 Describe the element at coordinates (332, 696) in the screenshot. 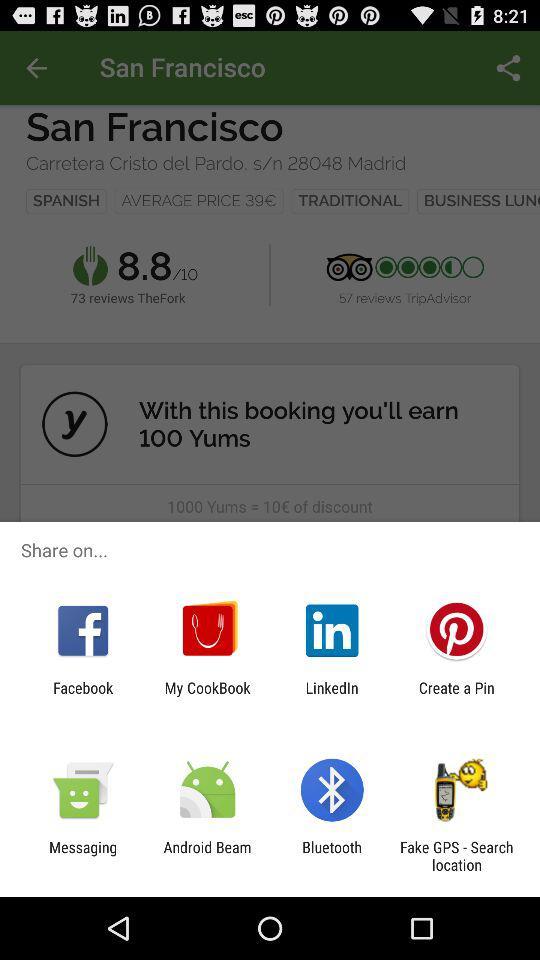

I see `the icon to the left of create a pin` at that location.